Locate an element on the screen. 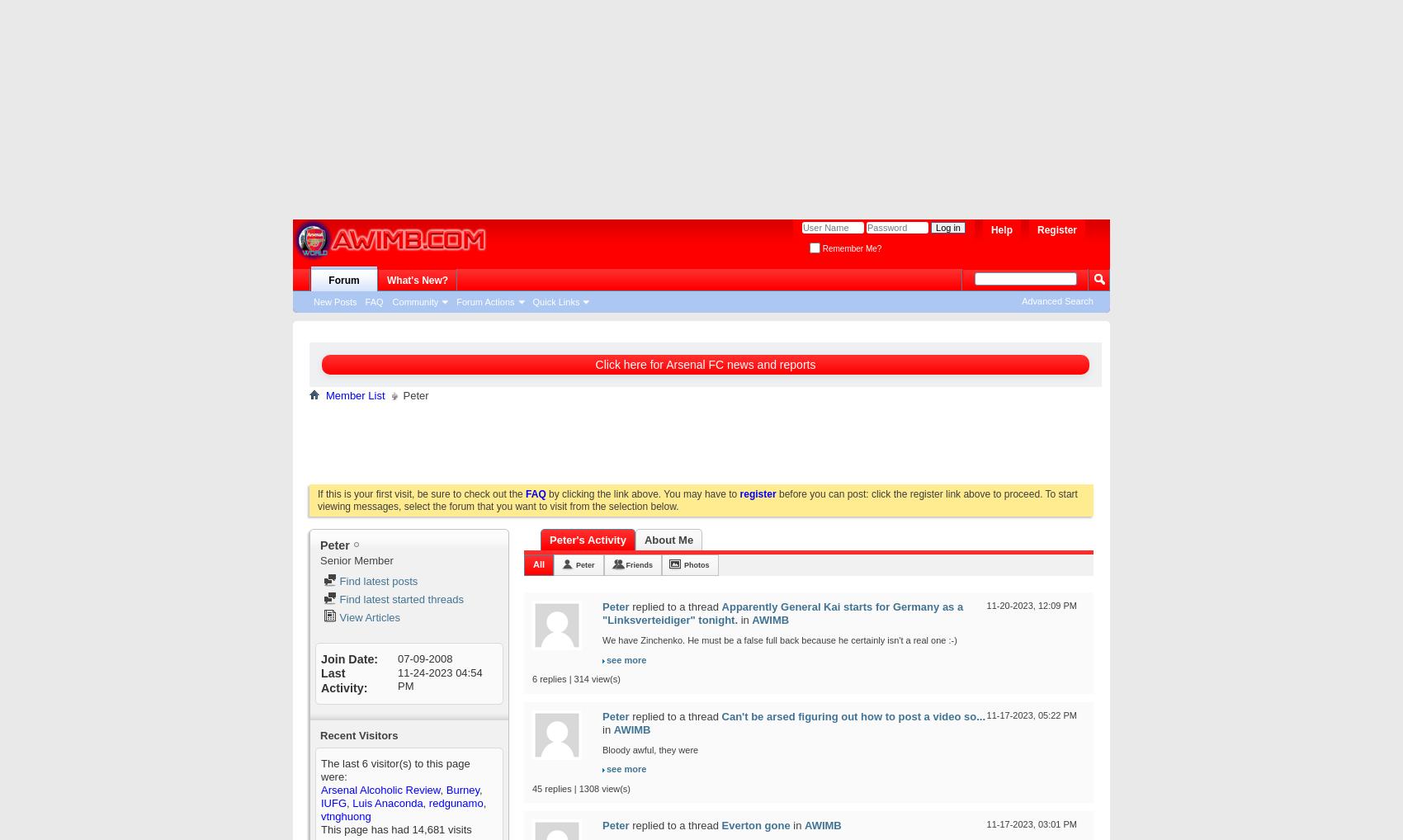  'Apparently General Kai starts for Germany as a "Linksverteidiger" tonight.' is located at coordinates (782, 612).